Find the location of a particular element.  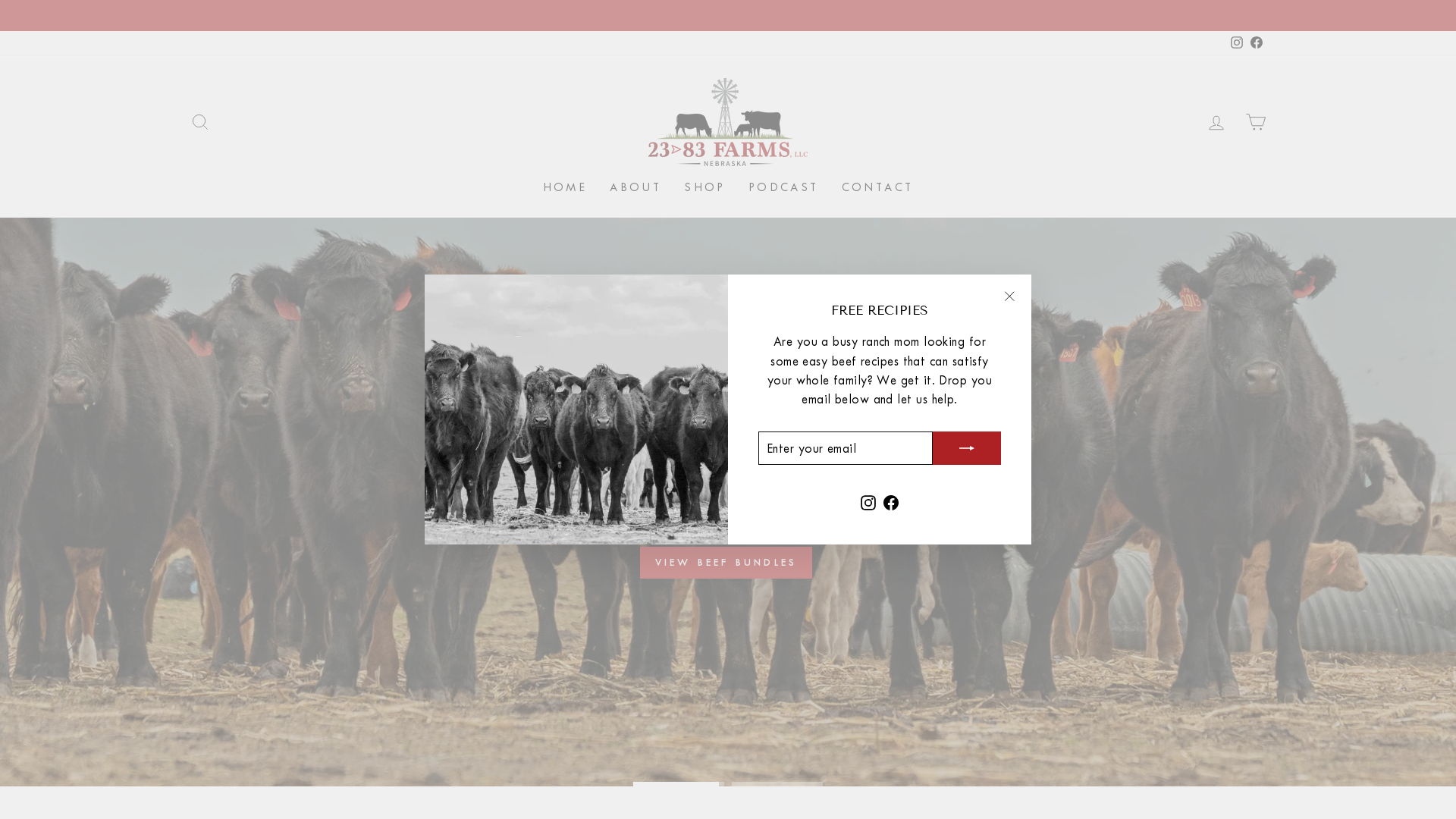

'Facebook' is located at coordinates (891, 500).